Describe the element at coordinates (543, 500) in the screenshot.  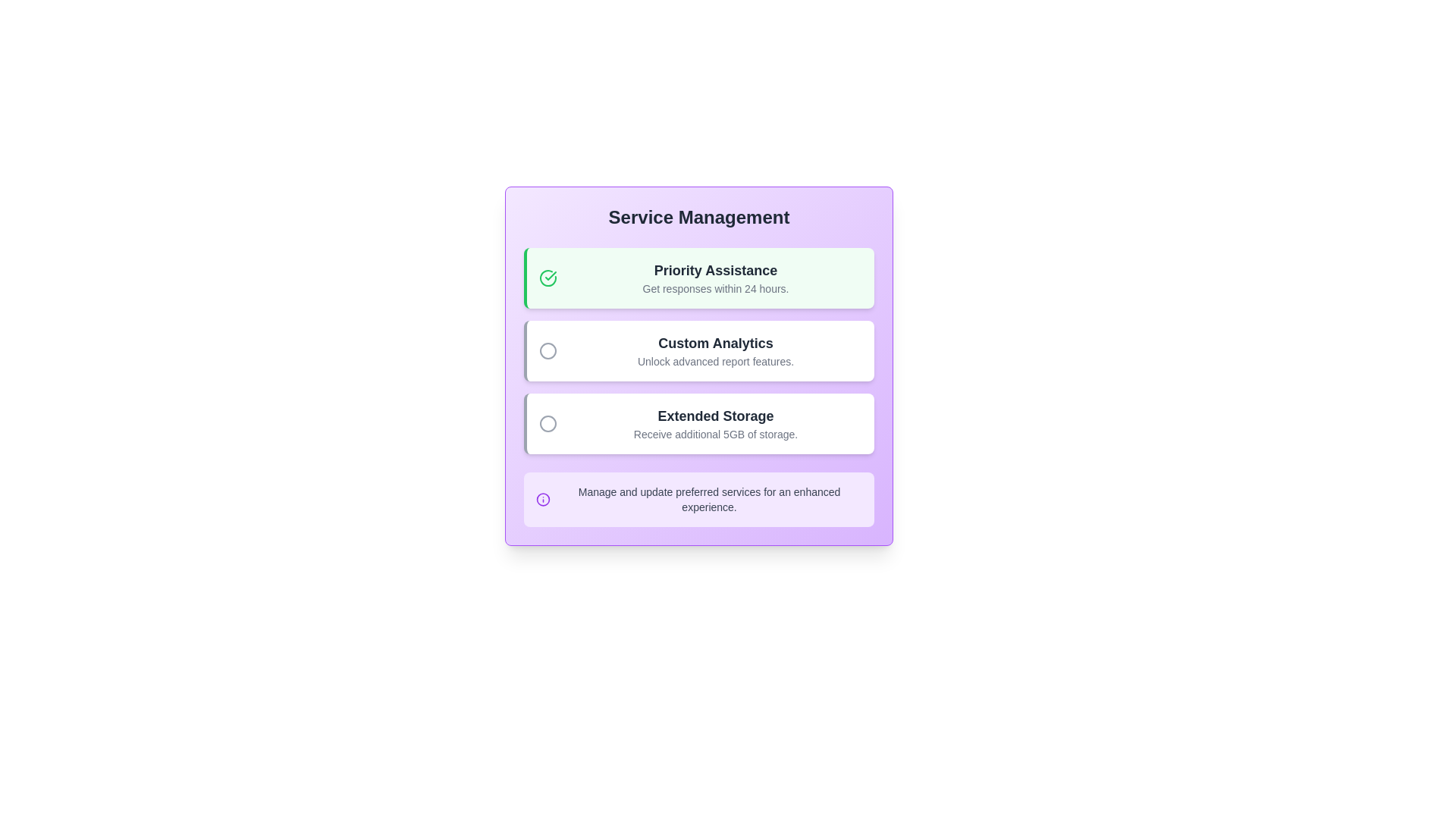
I see `the SVG circle element that is part of an information icon located to the left of a line of descriptive text near the lower region of the user interface` at that location.